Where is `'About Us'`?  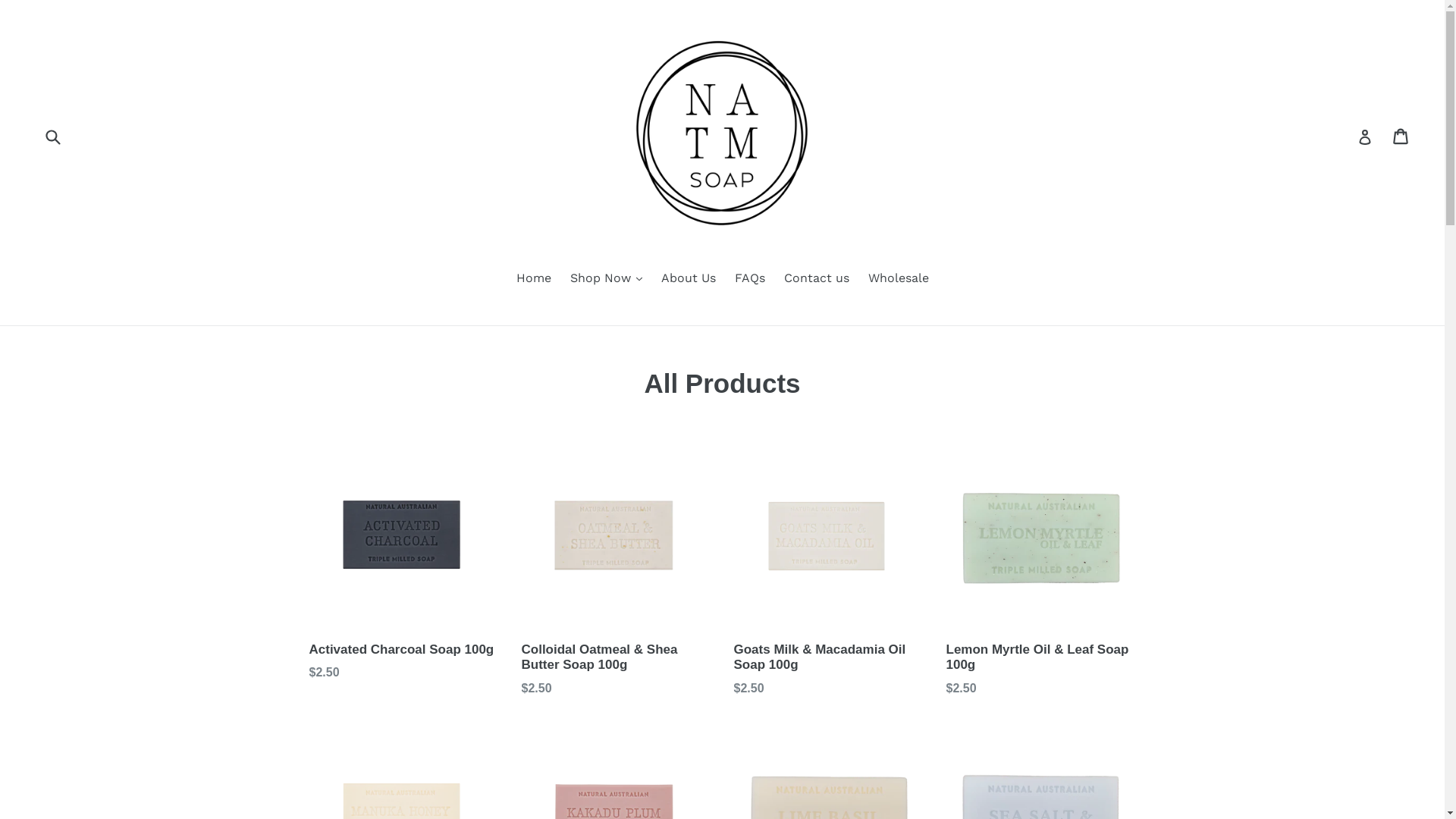
'About Us' is located at coordinates (687, 279).